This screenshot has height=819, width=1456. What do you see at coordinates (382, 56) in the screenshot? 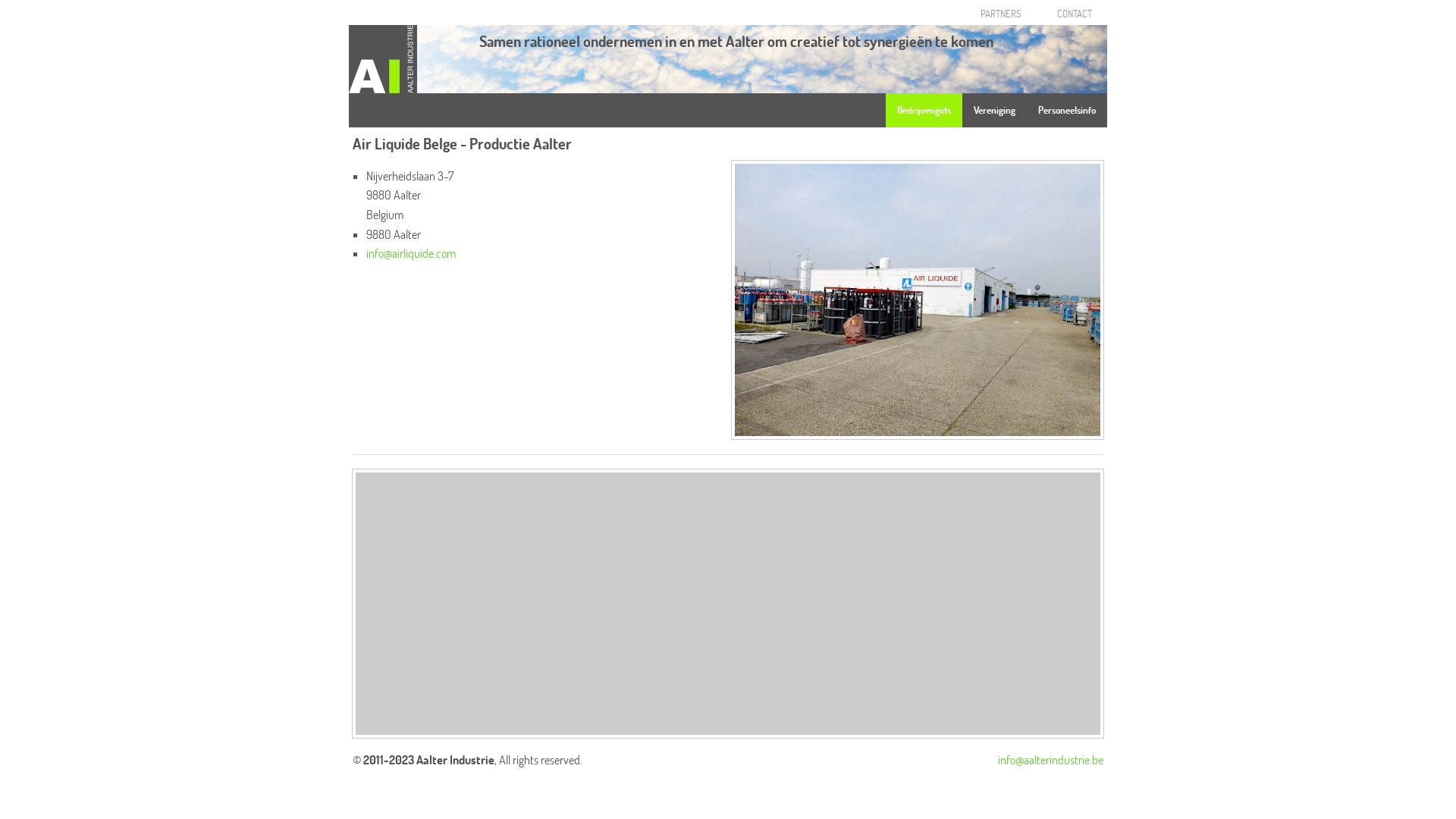
I see `'Aalter Industrie'` at bounding box center [382, 56].